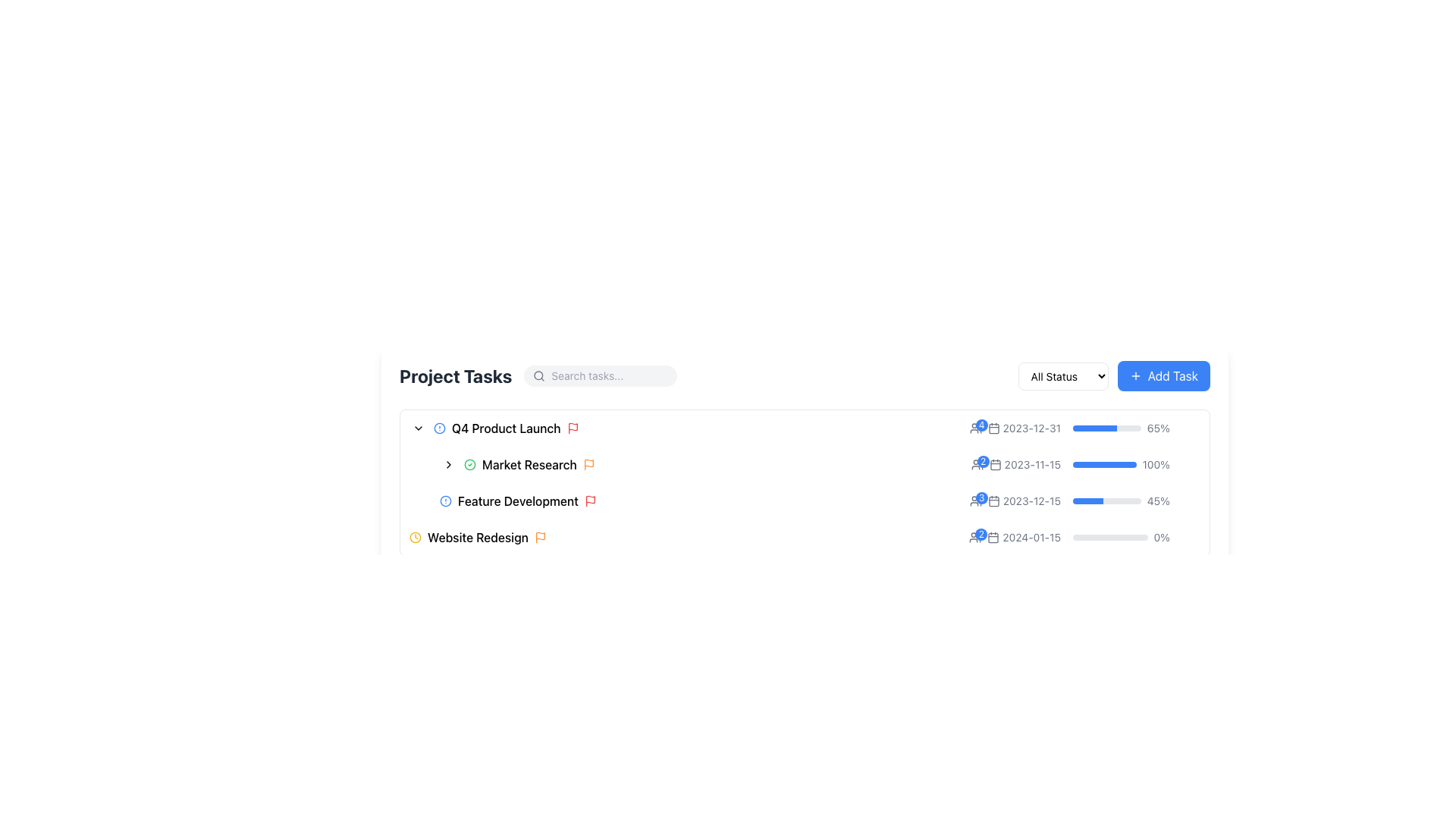 The height and width of the screenshot is (819, 1456). Describe the element at coordinates (1084, 464) in the screenshot. I see `the progress bar component that visually represents the completion status of the 'Market Research' task, which is located in the 'Project Tasks' section and displays '100%'` at that location.